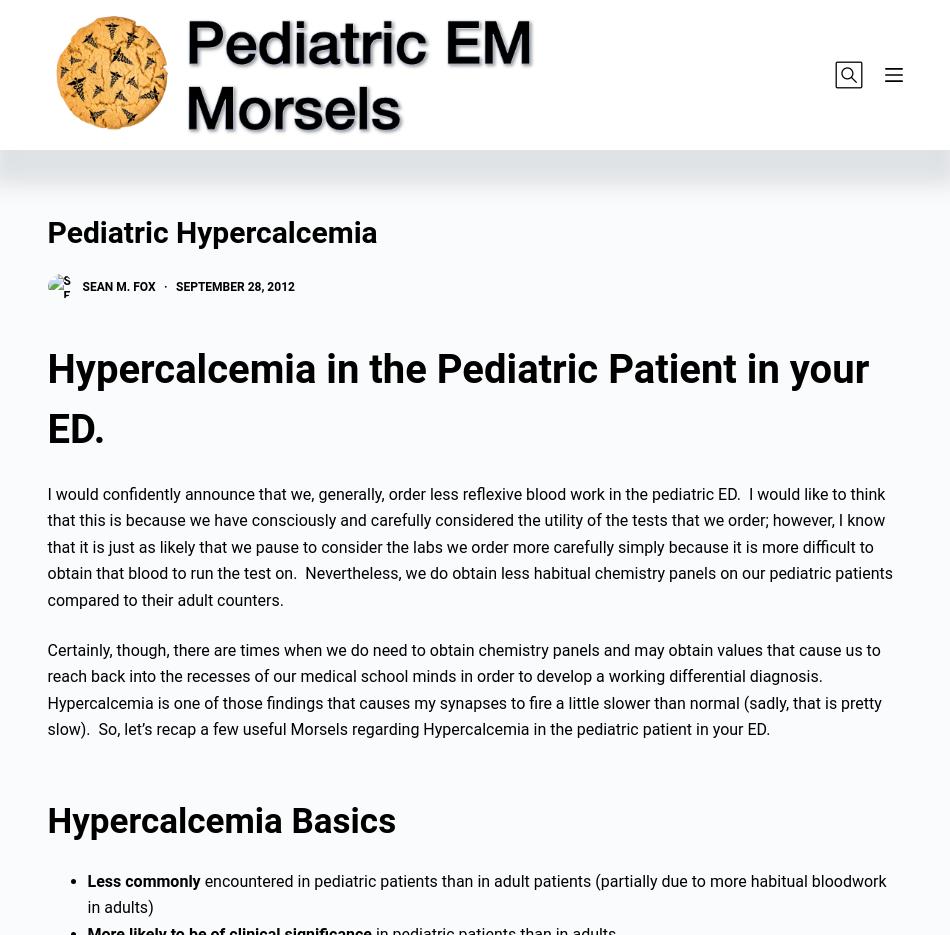 Image resolution: width=950 pixels, height=935 pixels. What do you see at coordinates (183, 142) in the screenshot?
I see `'Newest'` at bounding box center [183, 142].